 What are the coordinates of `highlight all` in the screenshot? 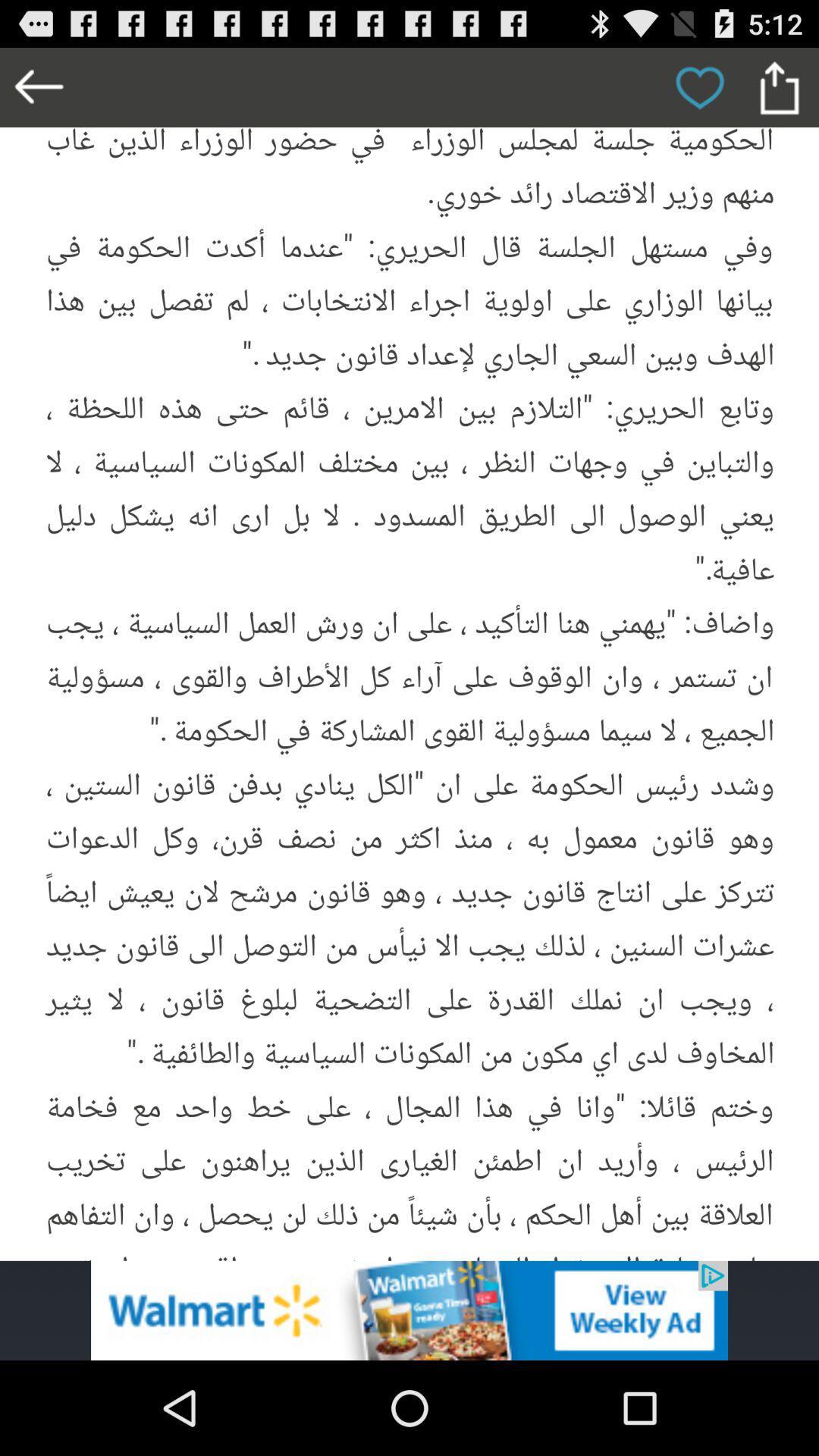 It's located at (409, 654).